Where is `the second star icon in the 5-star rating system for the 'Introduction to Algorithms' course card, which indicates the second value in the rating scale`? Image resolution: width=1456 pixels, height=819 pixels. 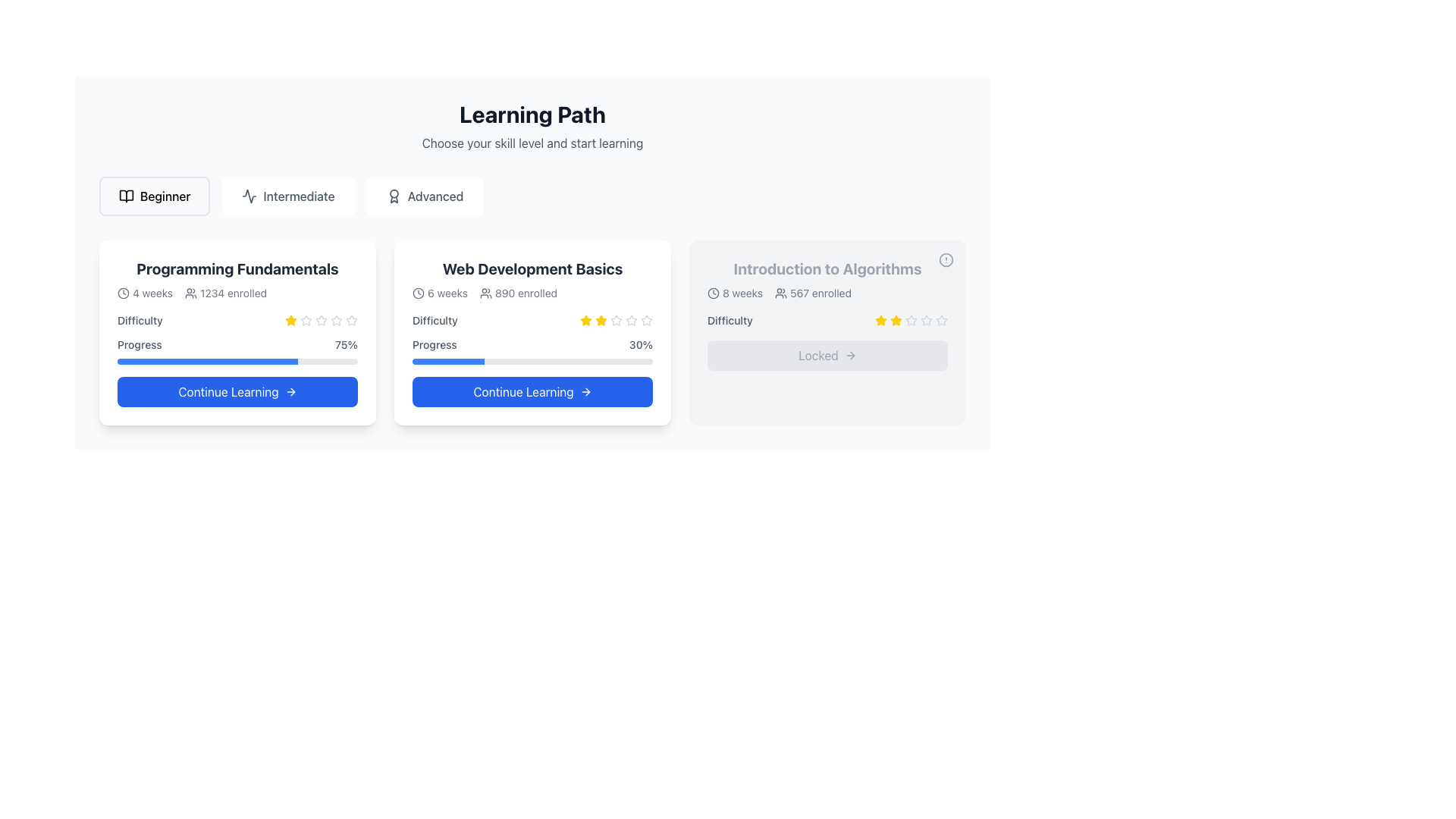
the second star icon in the 5-star rating system for the 'Introduction to Algorithms' course card, which indicates the second value in the rating scale is located at coordinates (926, 319).